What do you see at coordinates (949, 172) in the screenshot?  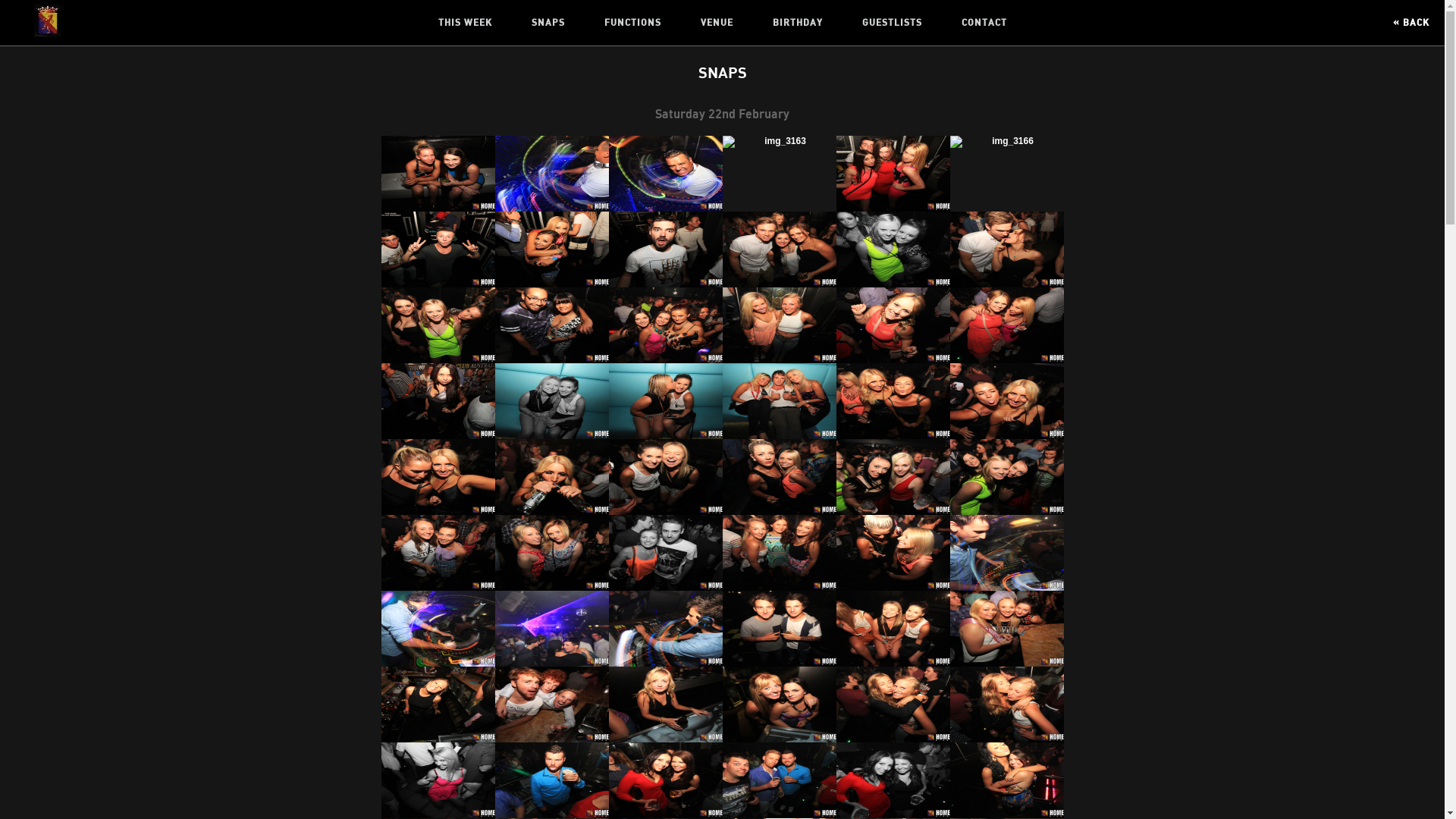 I see `' '` at bounding box center [949, 172].